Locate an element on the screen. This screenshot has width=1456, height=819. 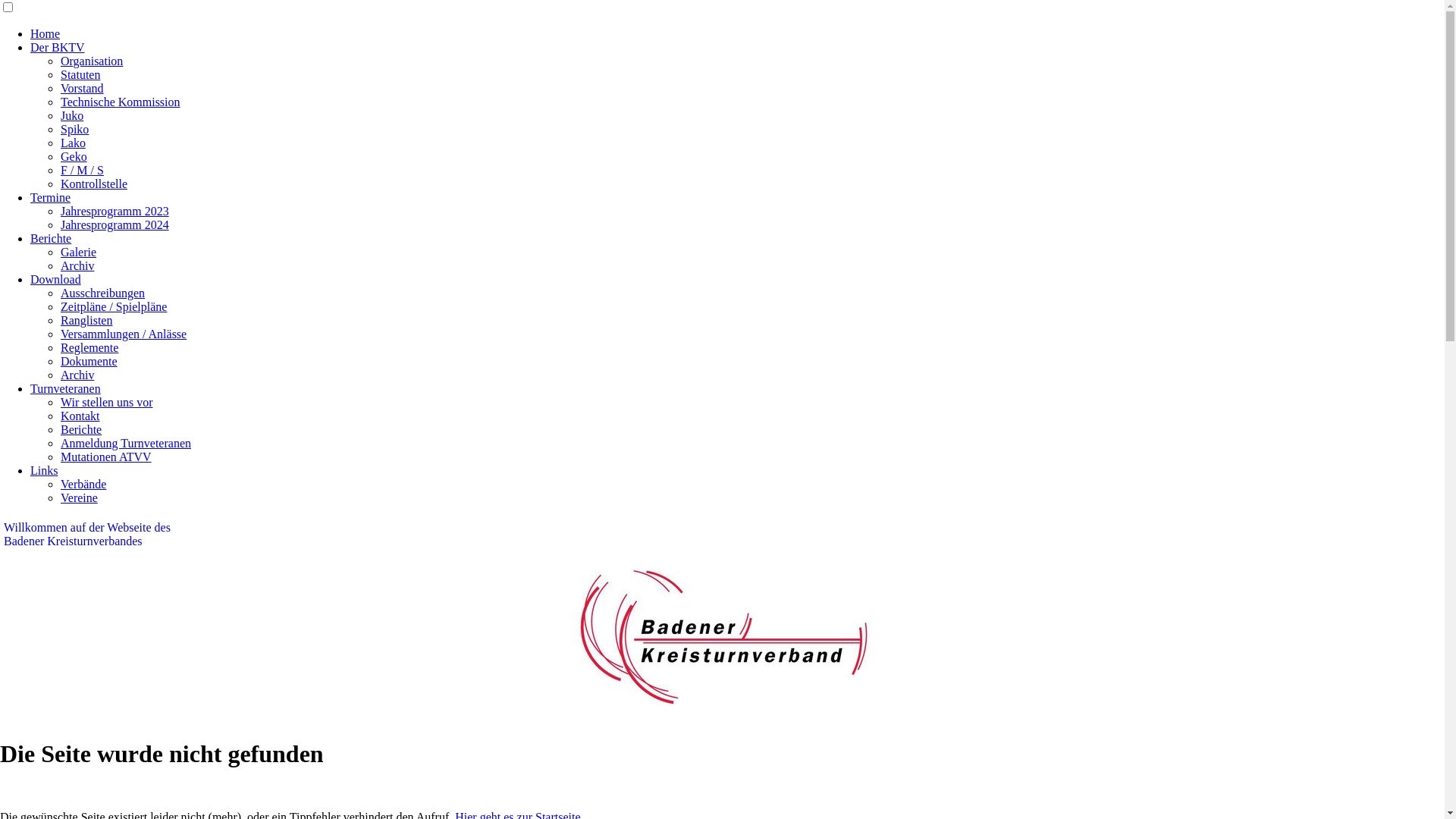
'Download' is located at coordinates (55, 279).